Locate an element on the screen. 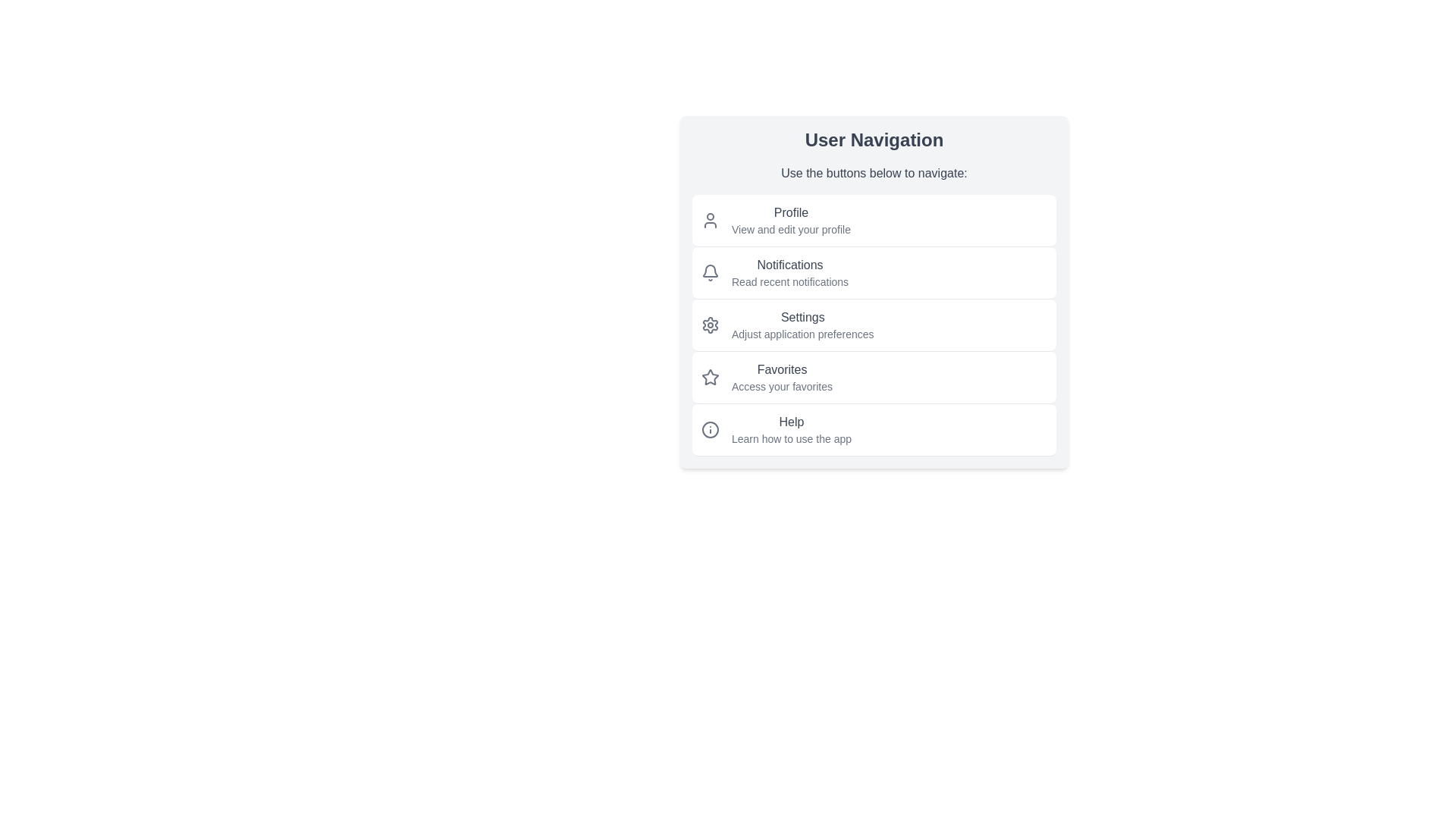 The height and width of the screenshot is (819, 1456). the menu item corresponding to Help to navigate to the desired section is located at coordinates (874, 430).